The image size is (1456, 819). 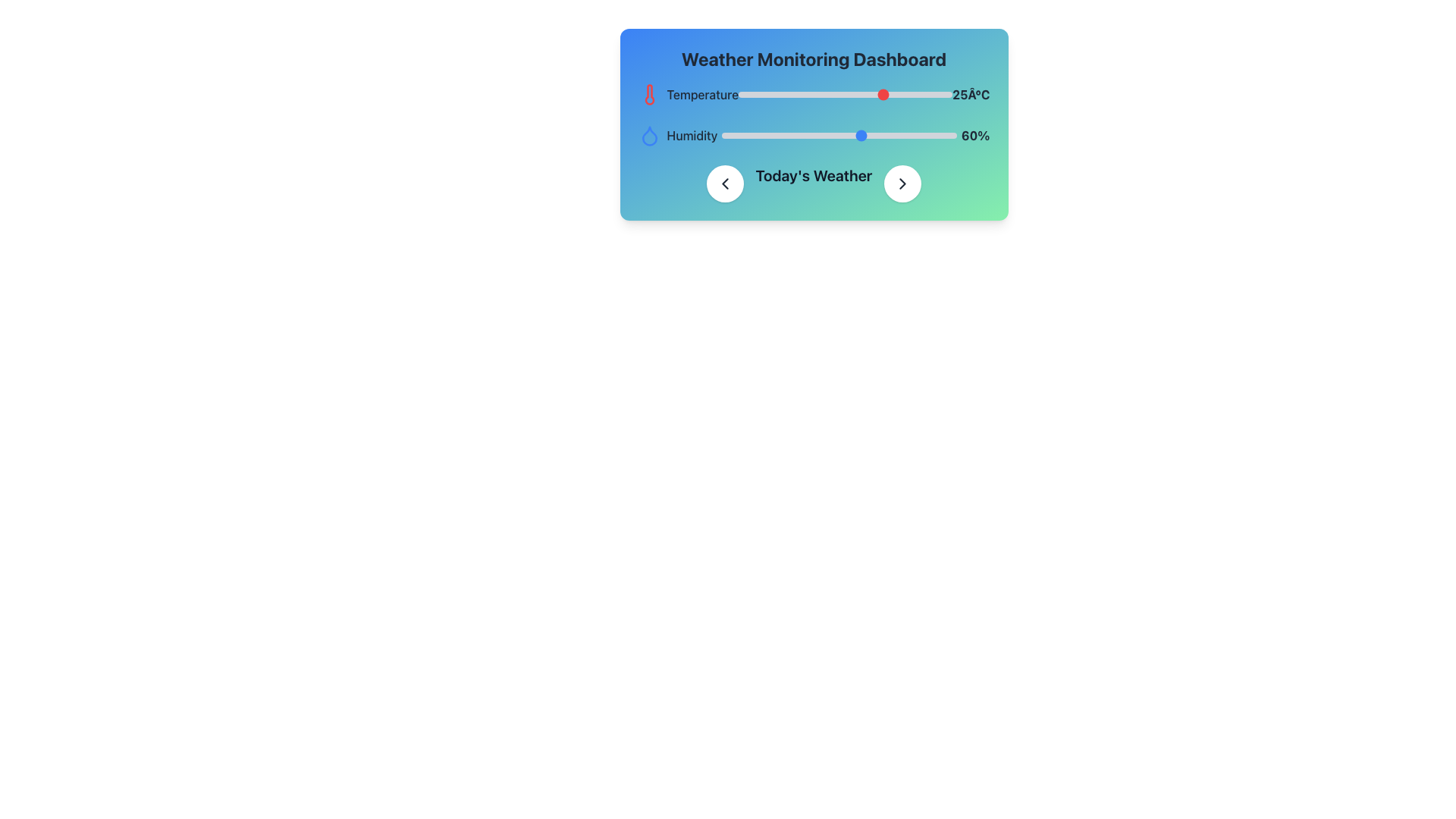 What do you see at coordinates (836, 134) in the screenshot?
I see `humidity` at bounding box center [836, 134].